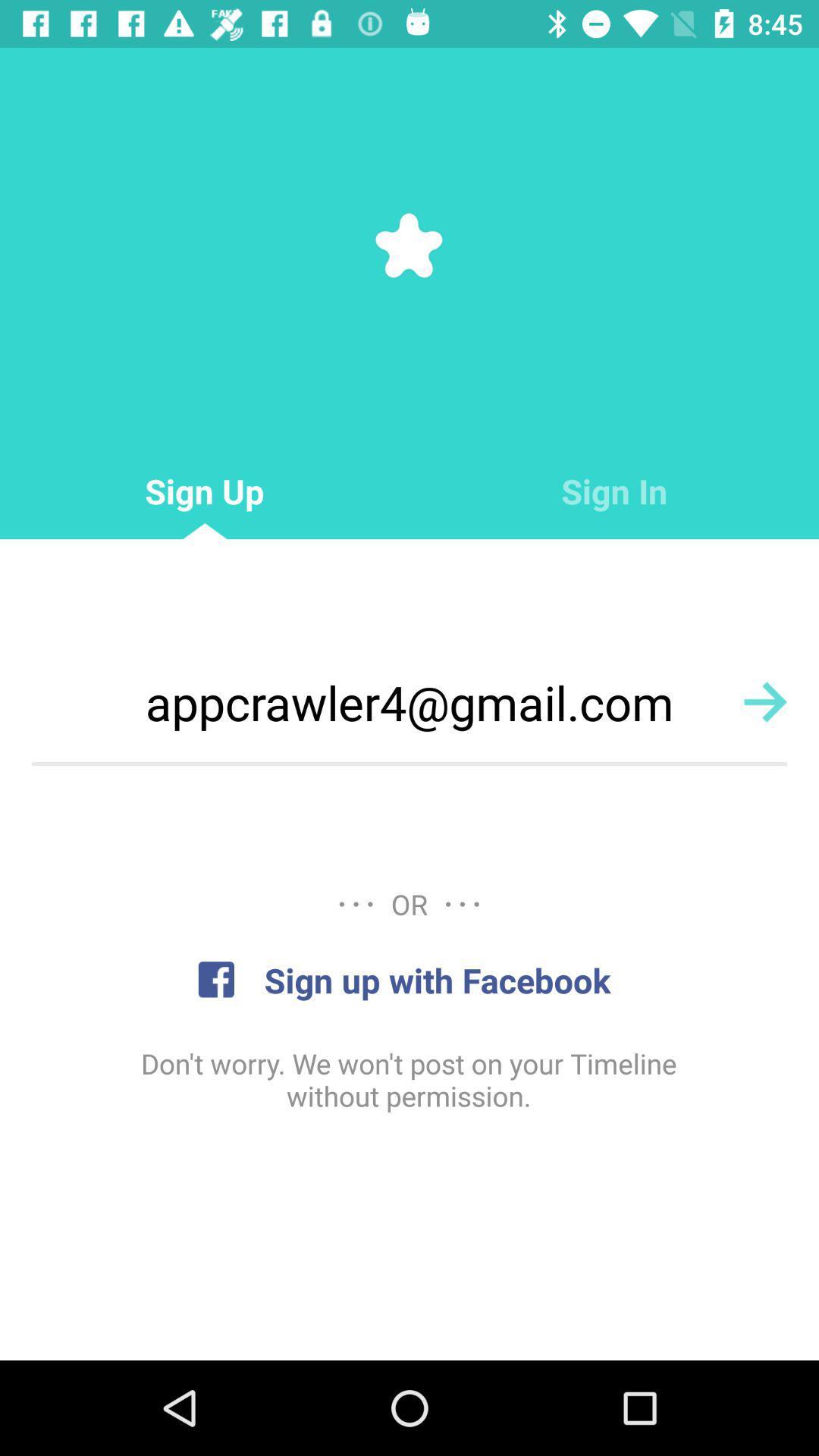 This screenshot has width=819, height=1456. I want to click on the icon below the sign up, so click(409, 701).